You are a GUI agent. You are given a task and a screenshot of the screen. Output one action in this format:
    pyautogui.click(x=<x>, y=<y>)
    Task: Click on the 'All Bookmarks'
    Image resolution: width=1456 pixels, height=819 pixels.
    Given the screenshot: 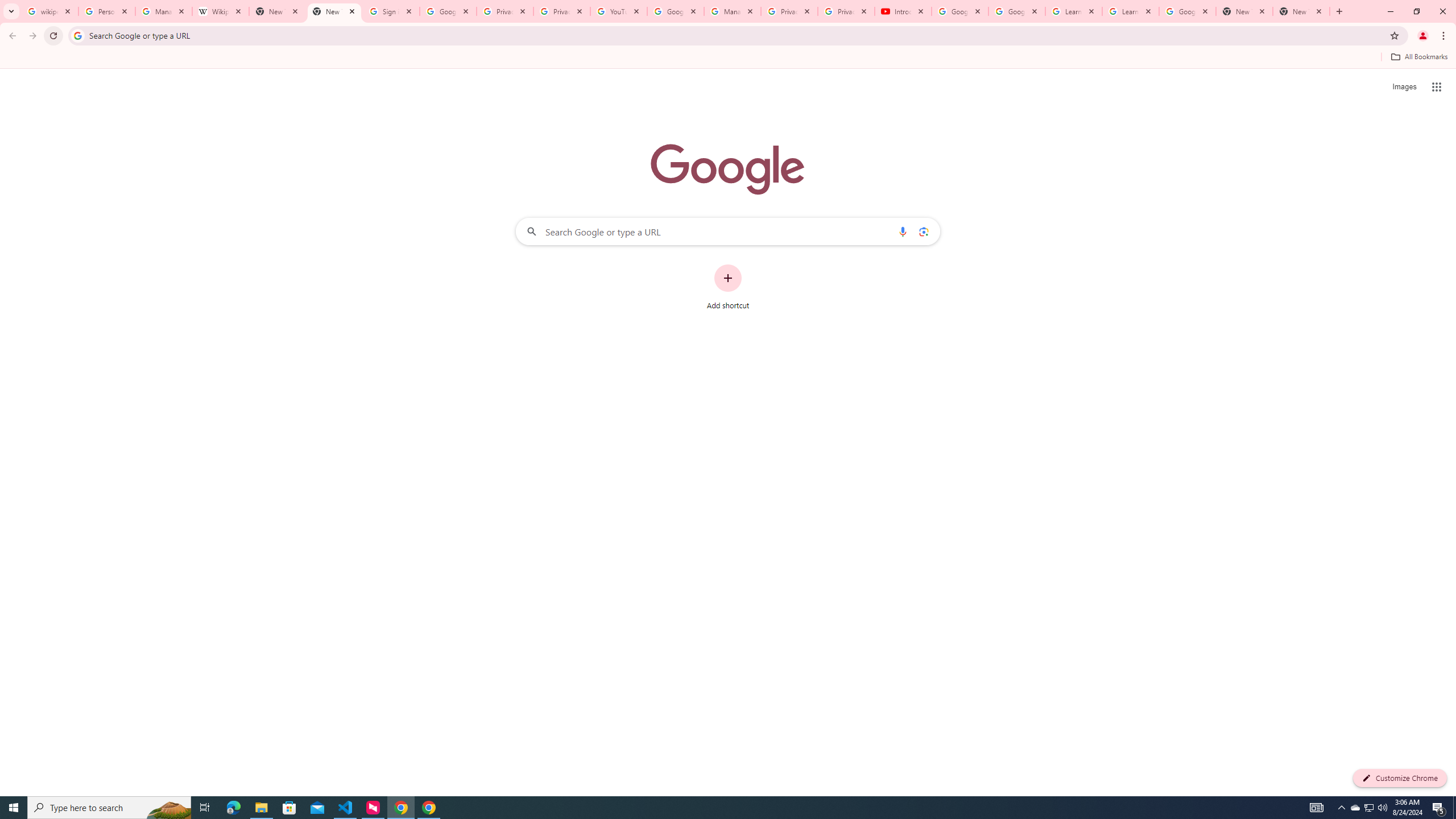 What is the action you would take?
    pyautogui.click(x=1418, y=56)
    